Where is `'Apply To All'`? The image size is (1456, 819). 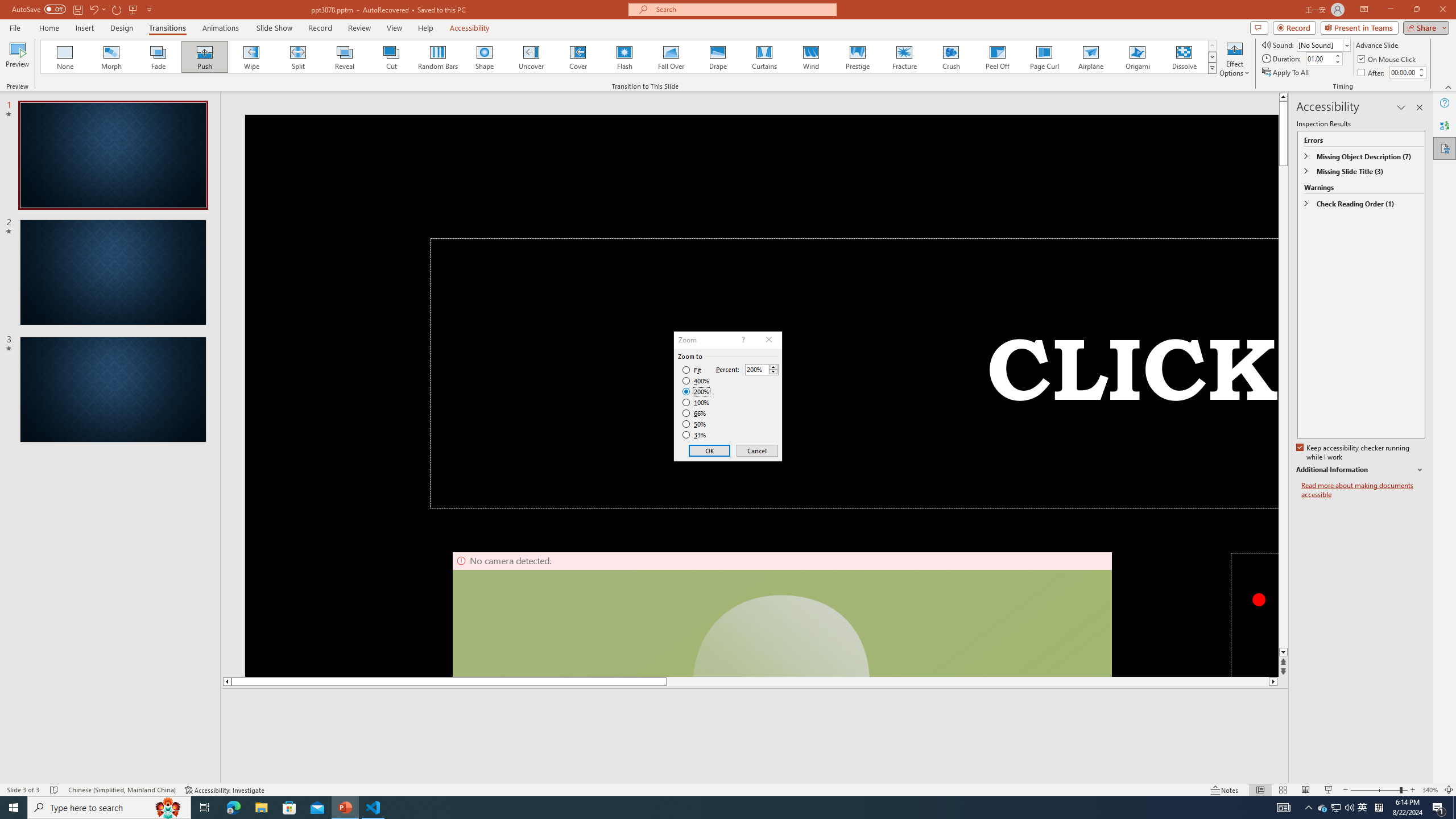 'Apply To All' is located at coordinates (1287, 72).